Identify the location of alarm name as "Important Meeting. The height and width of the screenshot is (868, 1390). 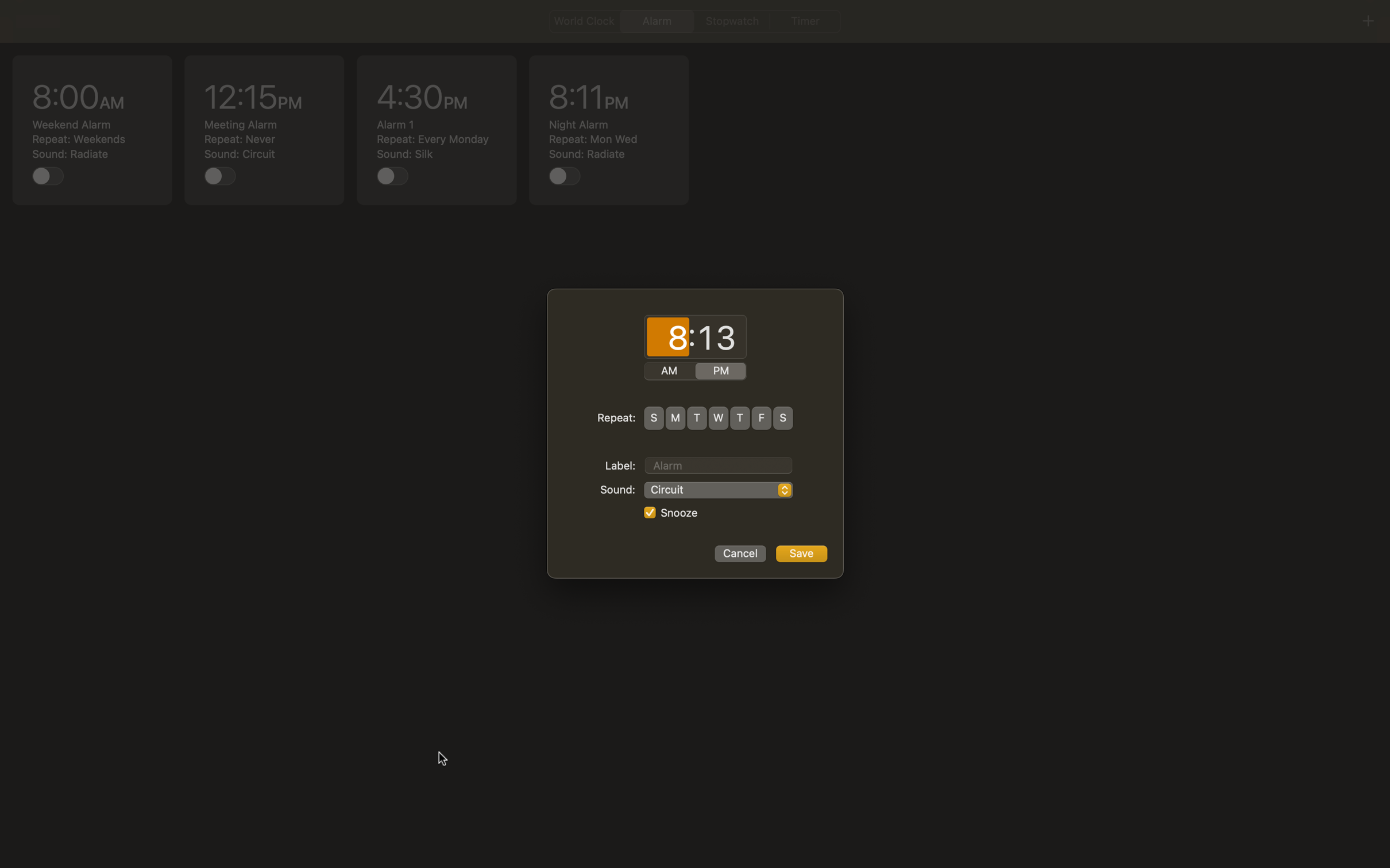
(718, 463).